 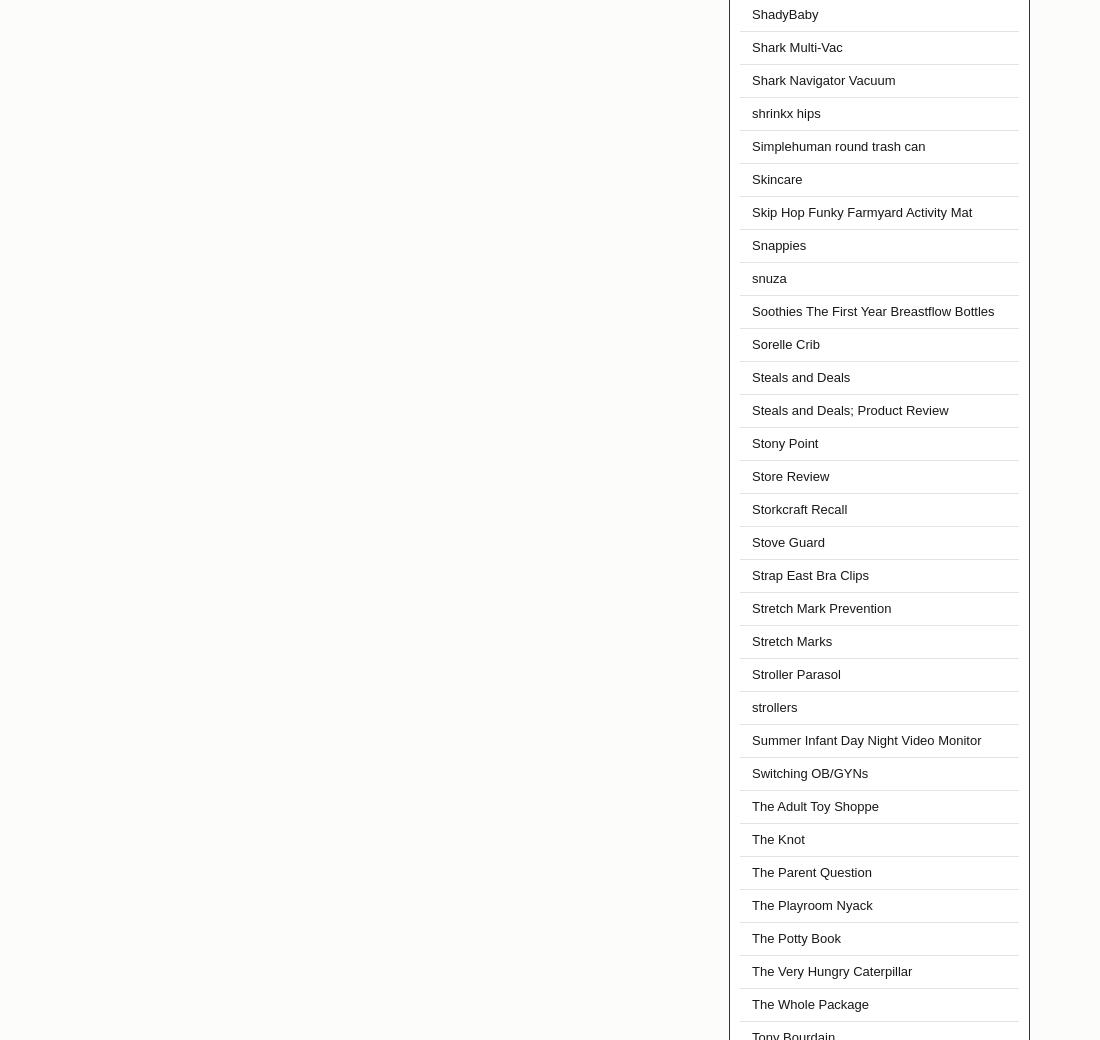 I want to click on 'ShadyBaby', so click(x=750, y=13).